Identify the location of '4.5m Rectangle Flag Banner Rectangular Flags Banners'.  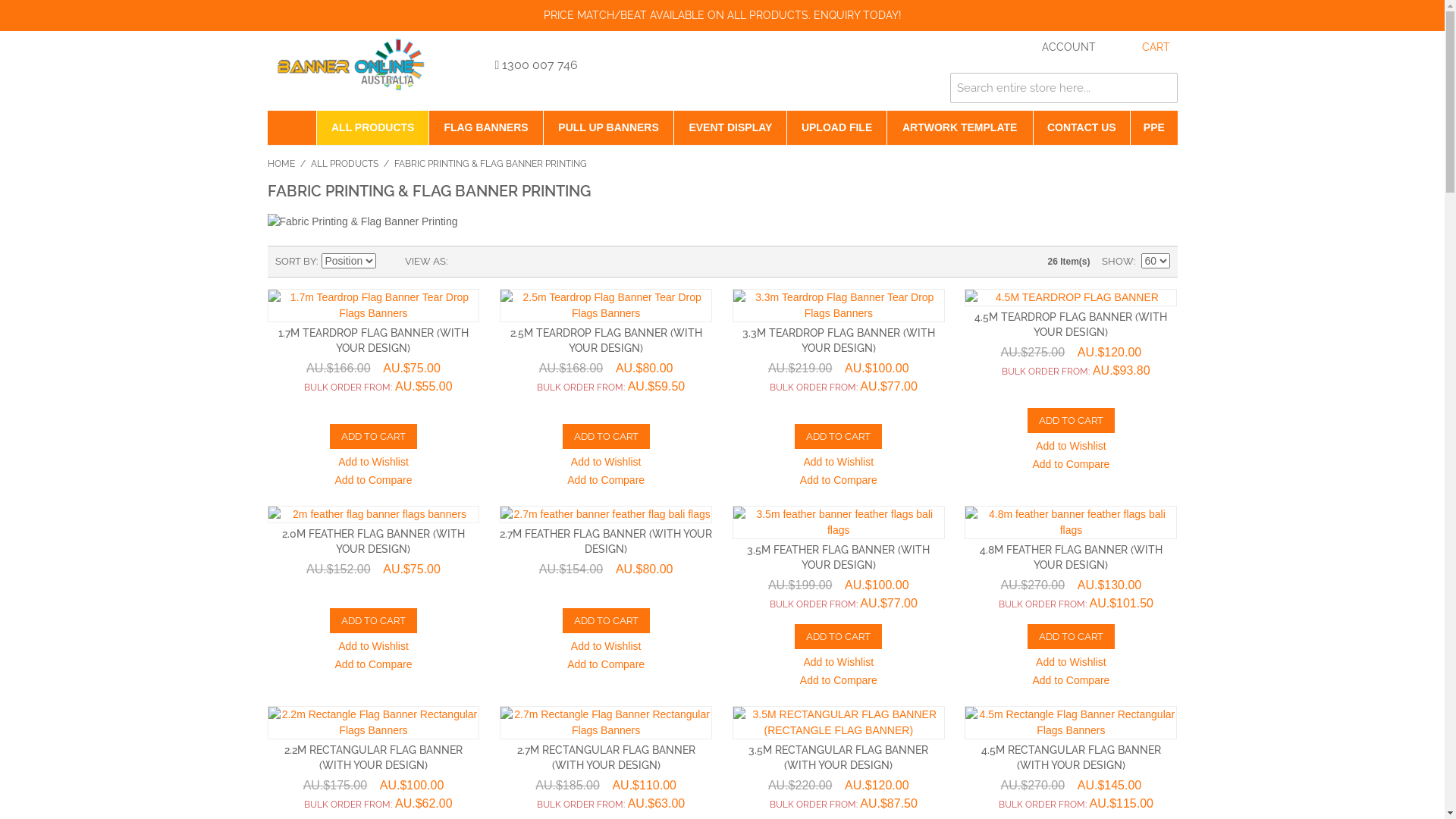
(1069, 721).